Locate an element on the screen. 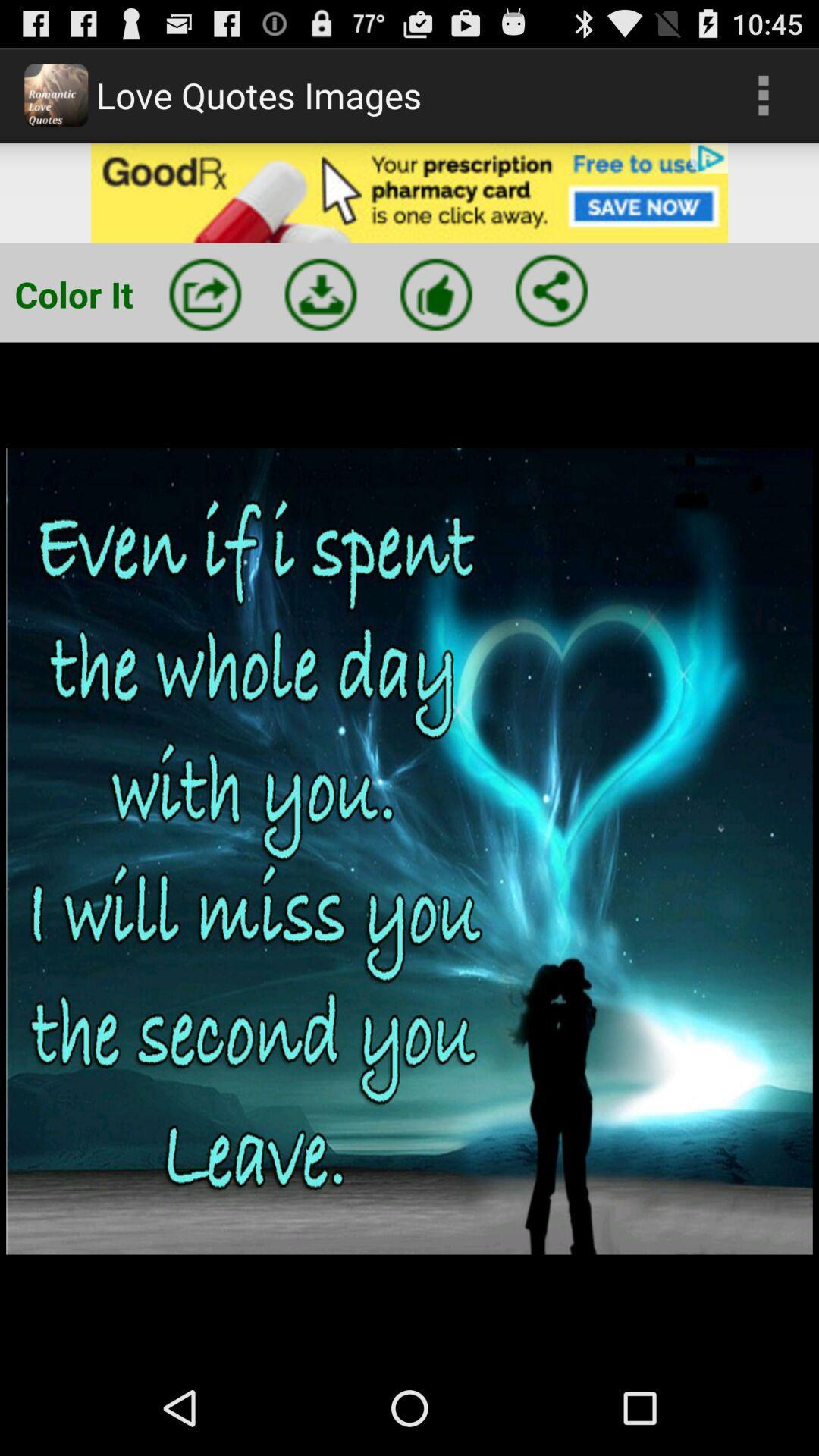  advertisement link to different site is located at coordinates (409, 192).